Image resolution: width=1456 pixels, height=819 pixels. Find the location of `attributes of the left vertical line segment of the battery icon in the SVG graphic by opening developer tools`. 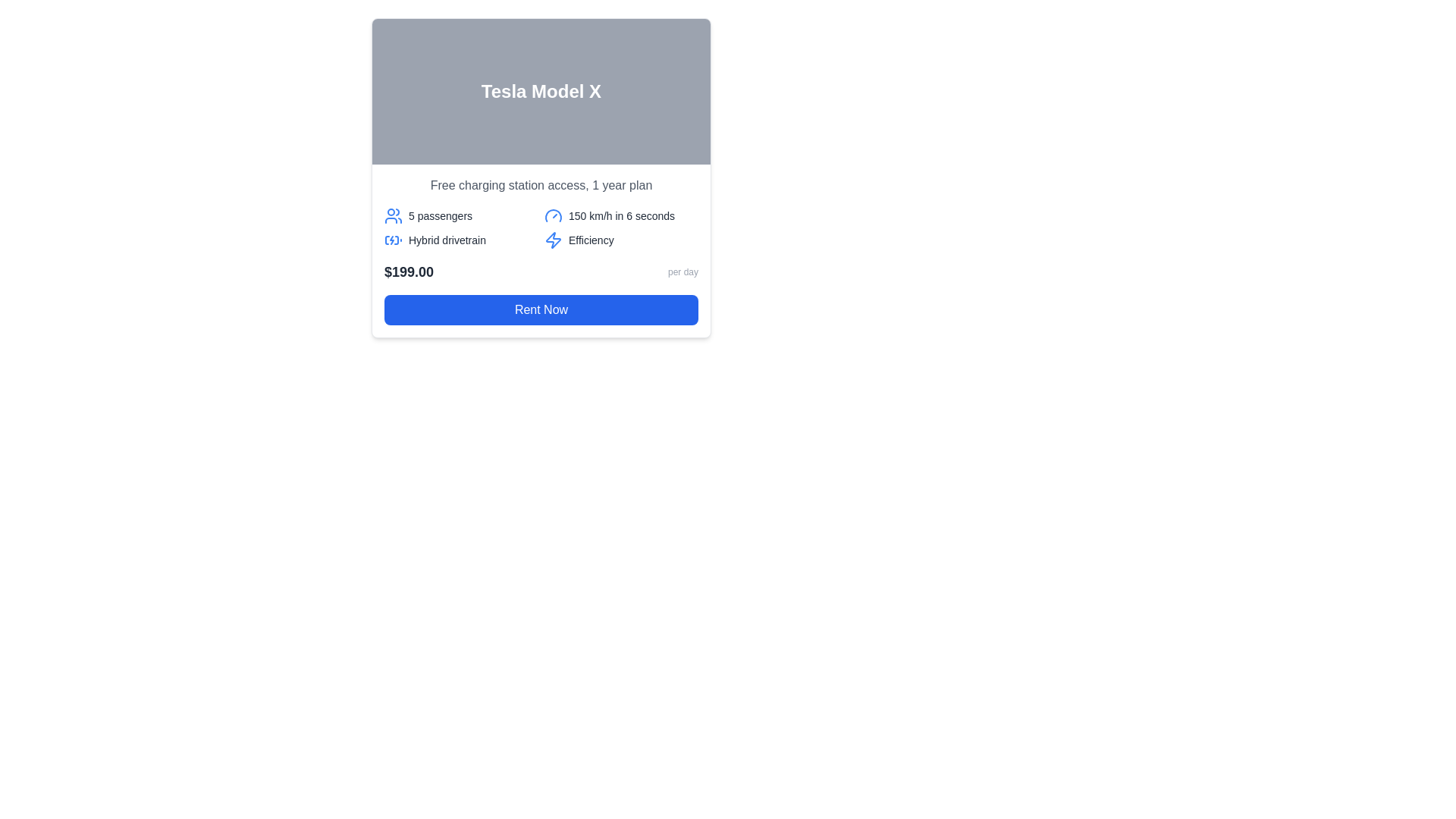

attributes of the left vertical line segment of the battery icon in the SVG graphic by opening developer tools is located at coordinates (387, 239).